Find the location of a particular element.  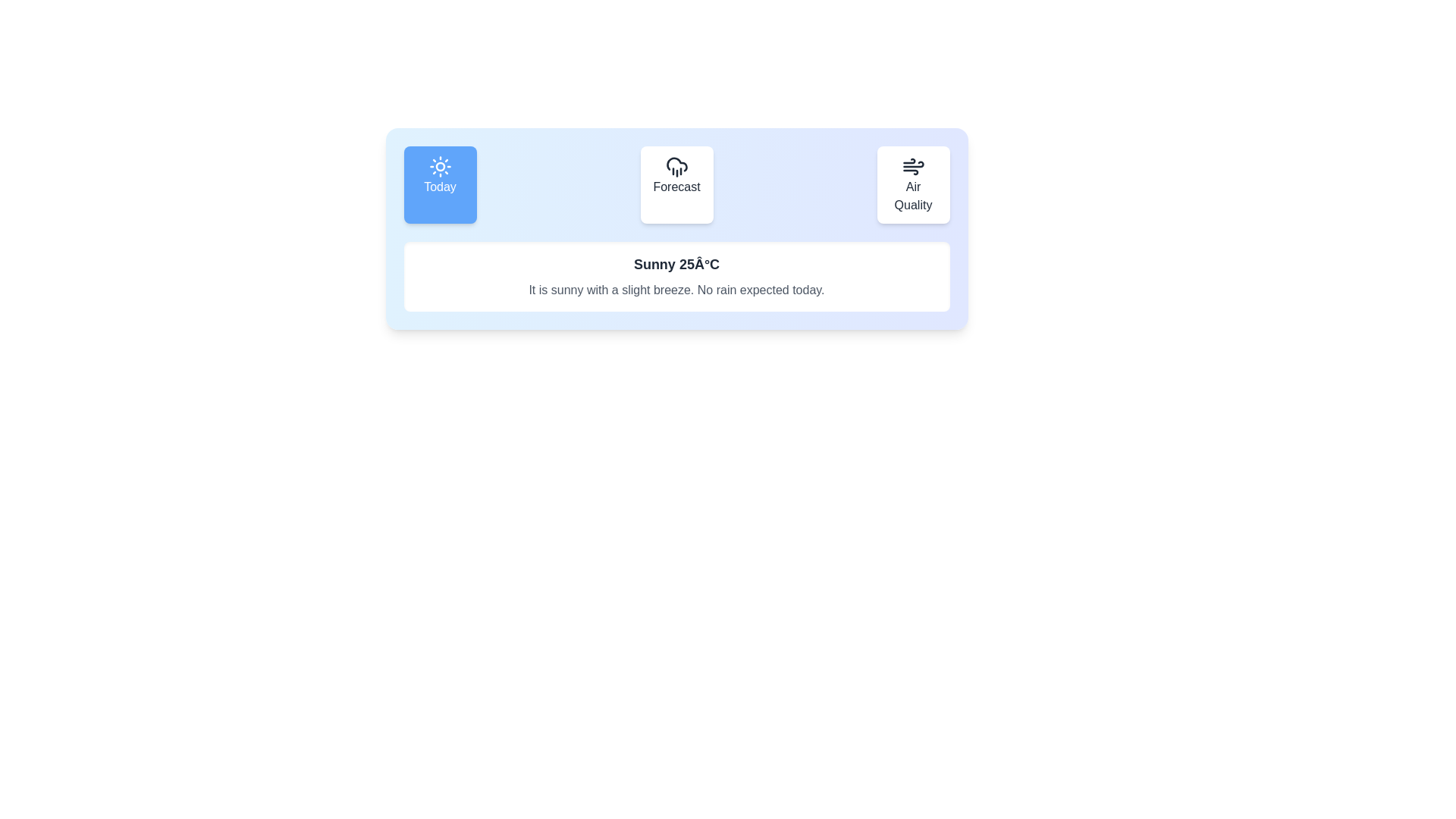

the Air Quality tab is located at coordinates (912, 184).